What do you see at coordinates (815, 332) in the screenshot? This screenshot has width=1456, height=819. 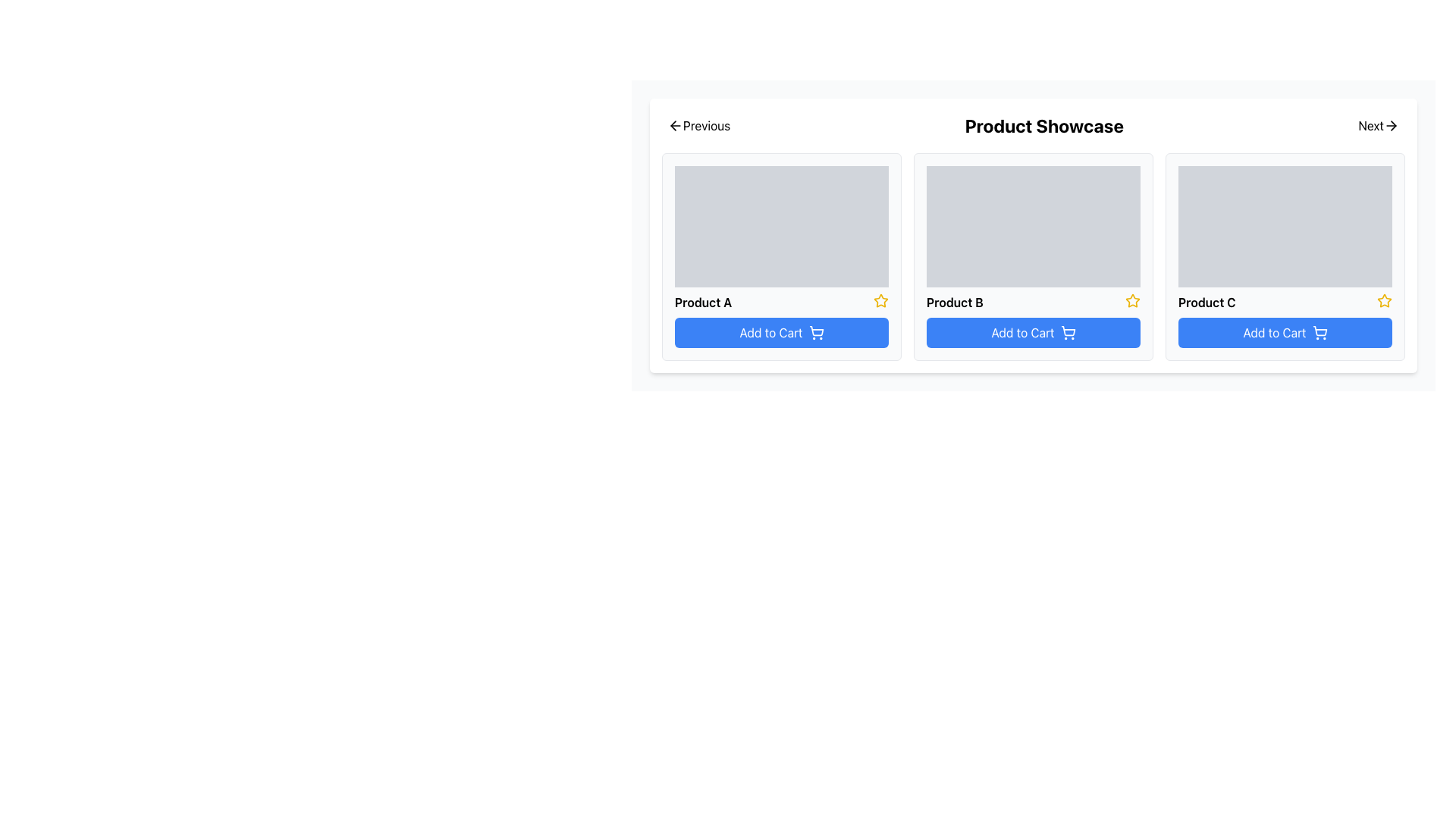 I see `the shopping cart icon located inside the 'Add to Cart' button, which features a blue background and a white minimalist design, positioned towards the right side of the button` at bounding box center [815, 332].